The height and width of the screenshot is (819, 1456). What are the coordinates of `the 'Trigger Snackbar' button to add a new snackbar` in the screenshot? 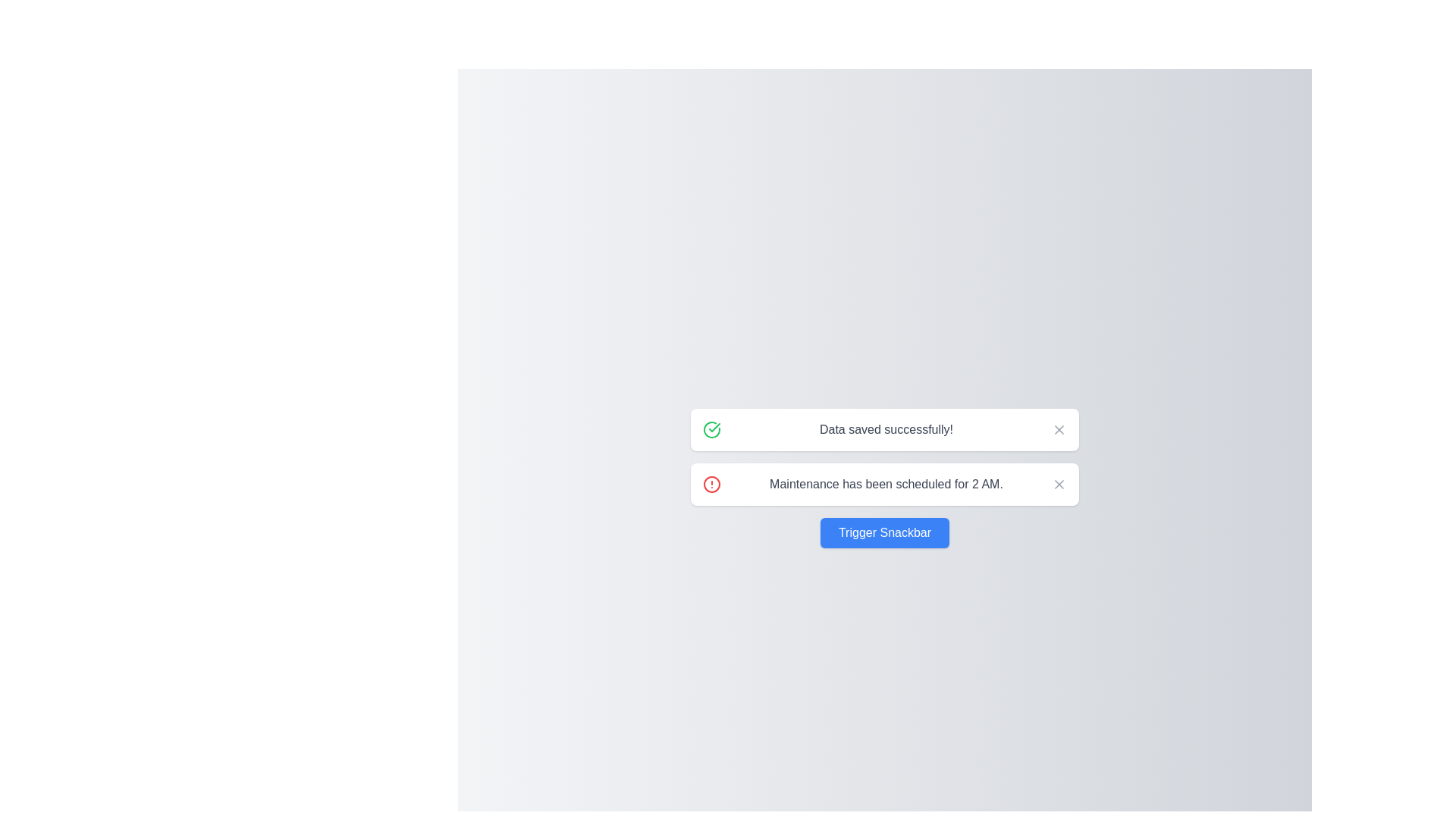 It's located at (884, 532).